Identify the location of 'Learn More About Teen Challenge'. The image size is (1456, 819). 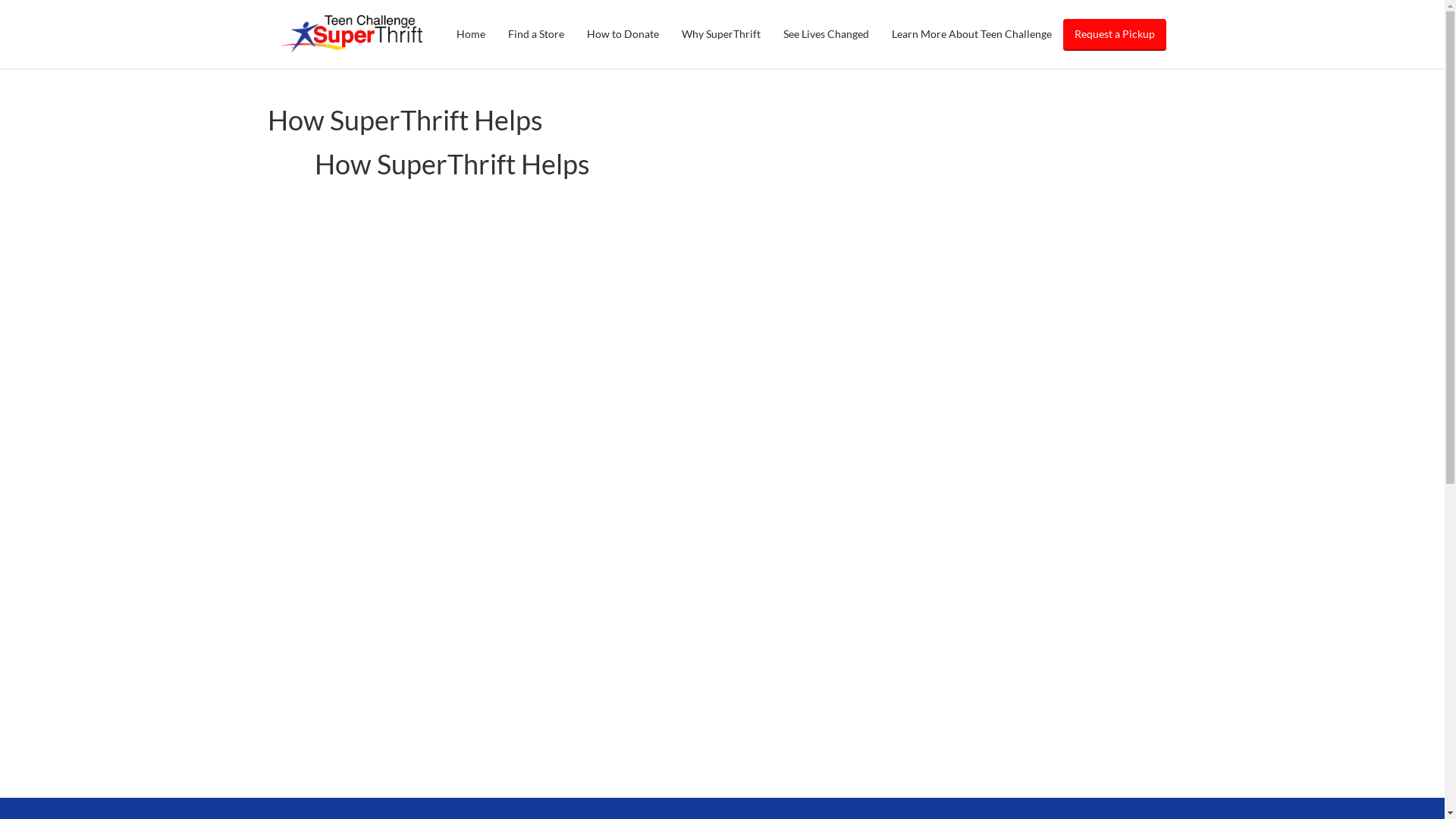
(971, 34).